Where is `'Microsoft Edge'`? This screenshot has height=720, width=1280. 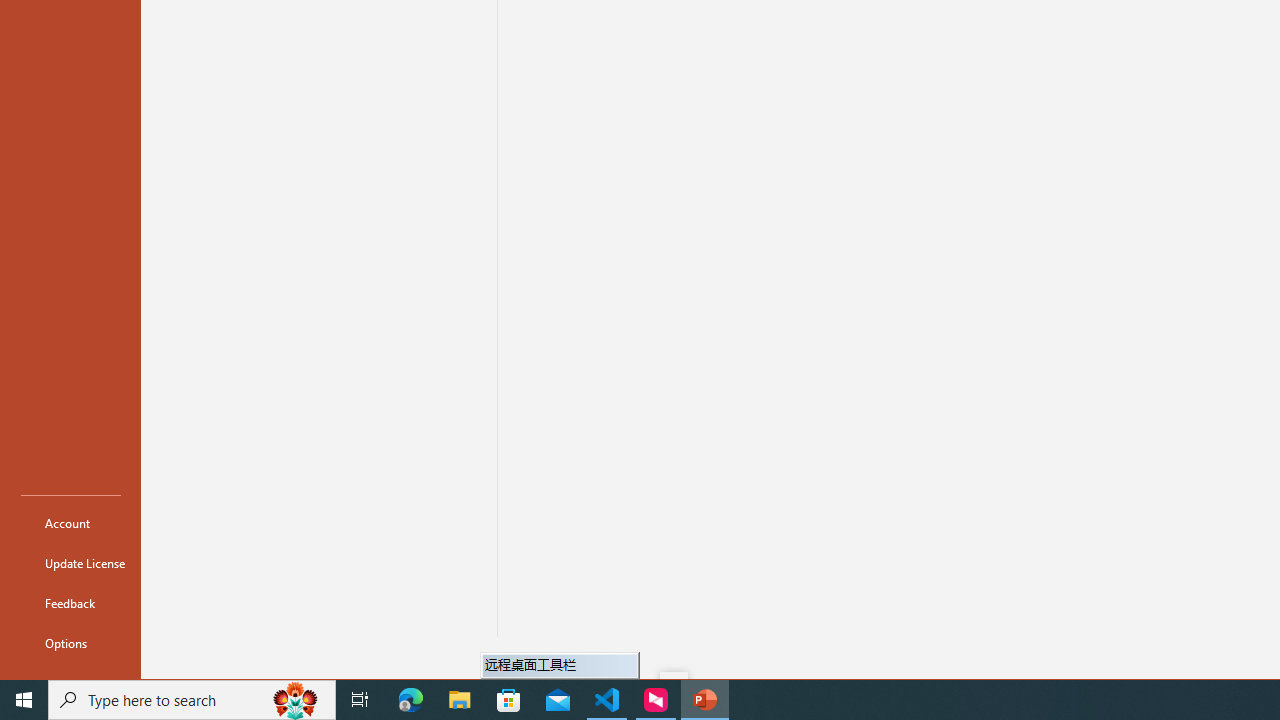 'Microsoft Edge' is located at coordinates (410, 698).